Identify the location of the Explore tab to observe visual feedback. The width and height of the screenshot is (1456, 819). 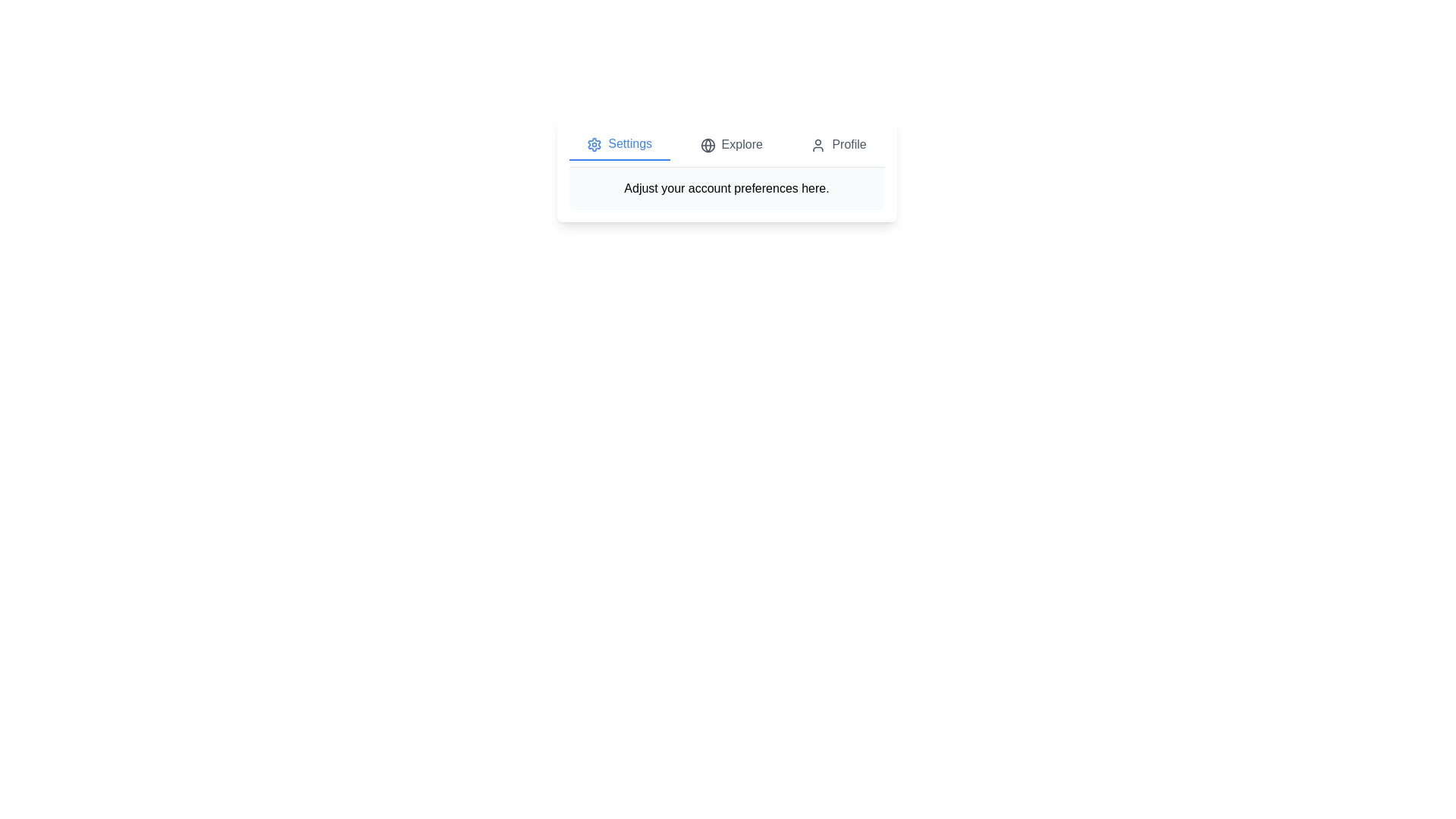
(731, 145).